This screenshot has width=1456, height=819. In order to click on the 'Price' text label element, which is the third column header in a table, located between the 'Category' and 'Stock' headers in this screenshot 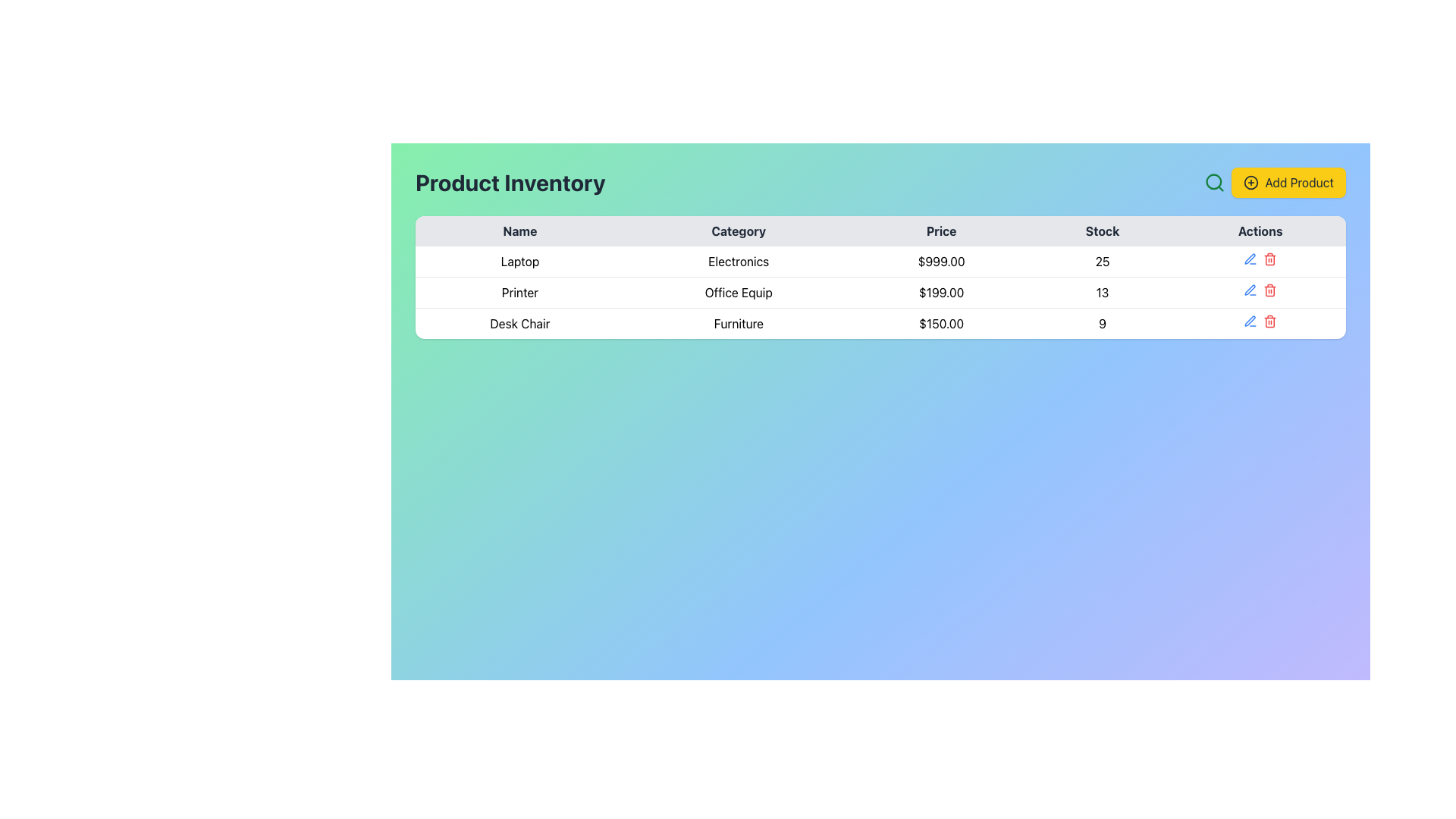, I will do `click(940, 231)`.